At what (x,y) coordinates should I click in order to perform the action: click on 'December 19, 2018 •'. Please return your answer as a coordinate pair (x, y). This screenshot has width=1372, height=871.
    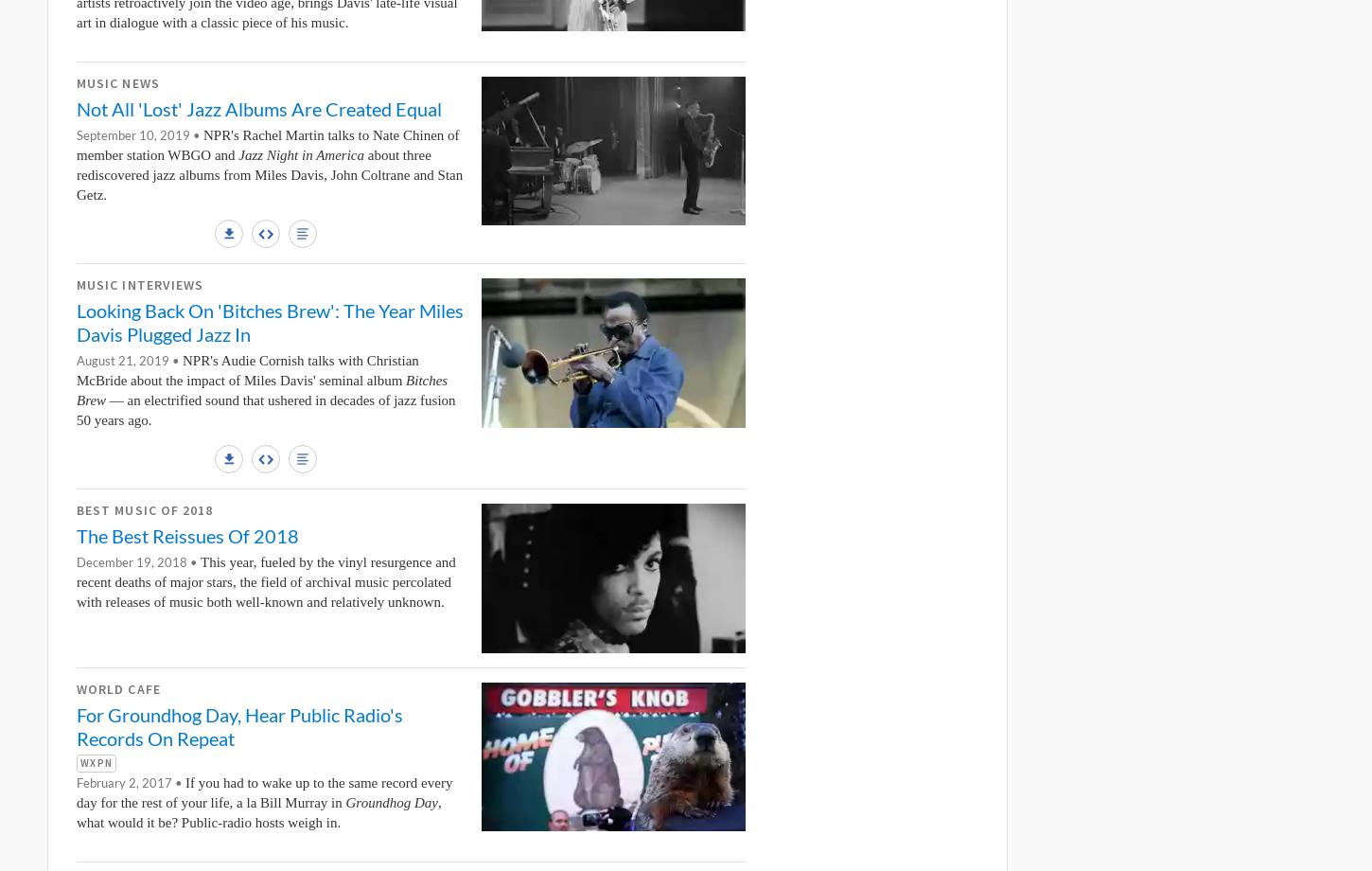
    Looking at the image, I should click on (137, 561).